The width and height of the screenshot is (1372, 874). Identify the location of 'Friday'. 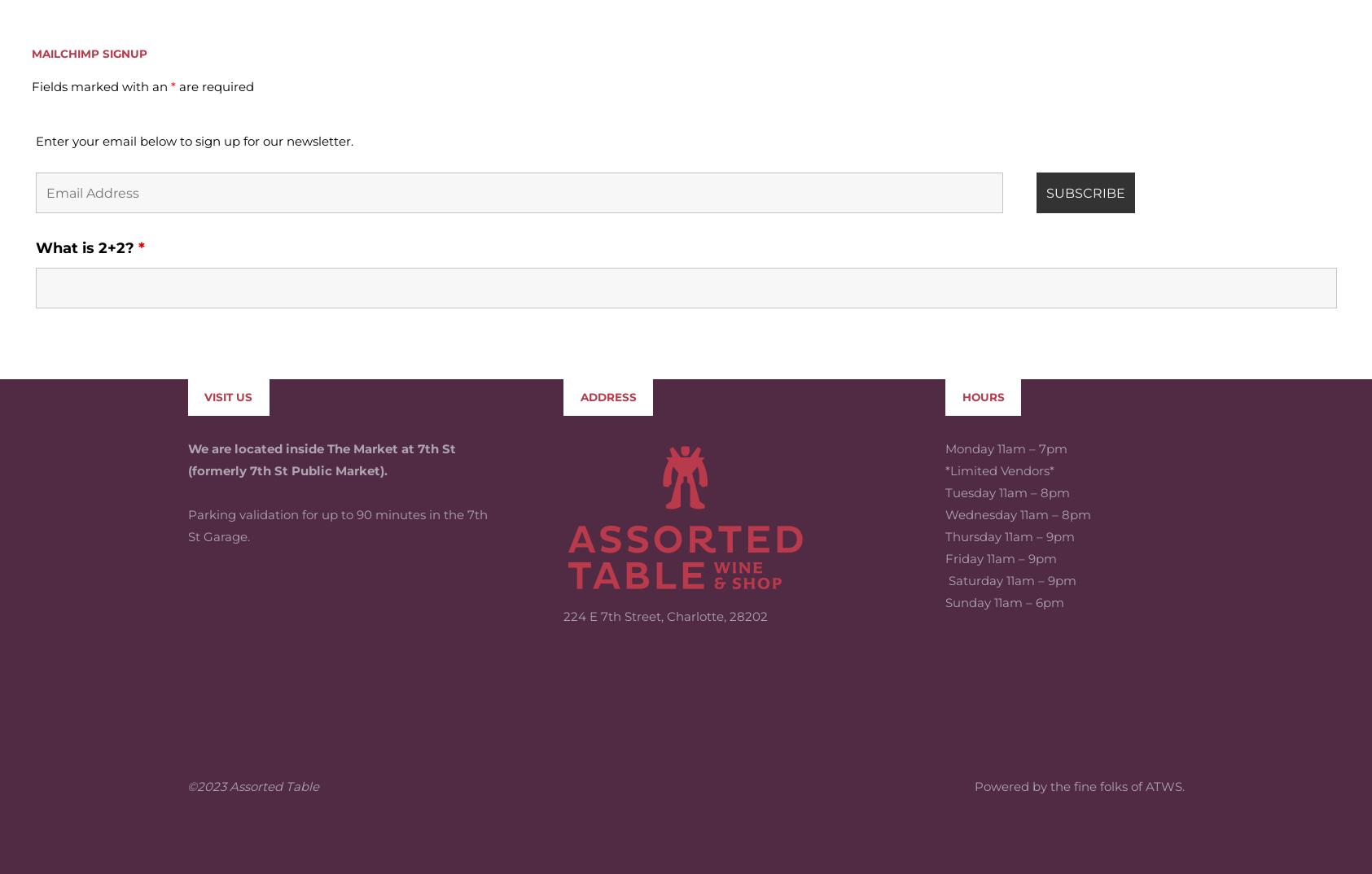
(964, 439).